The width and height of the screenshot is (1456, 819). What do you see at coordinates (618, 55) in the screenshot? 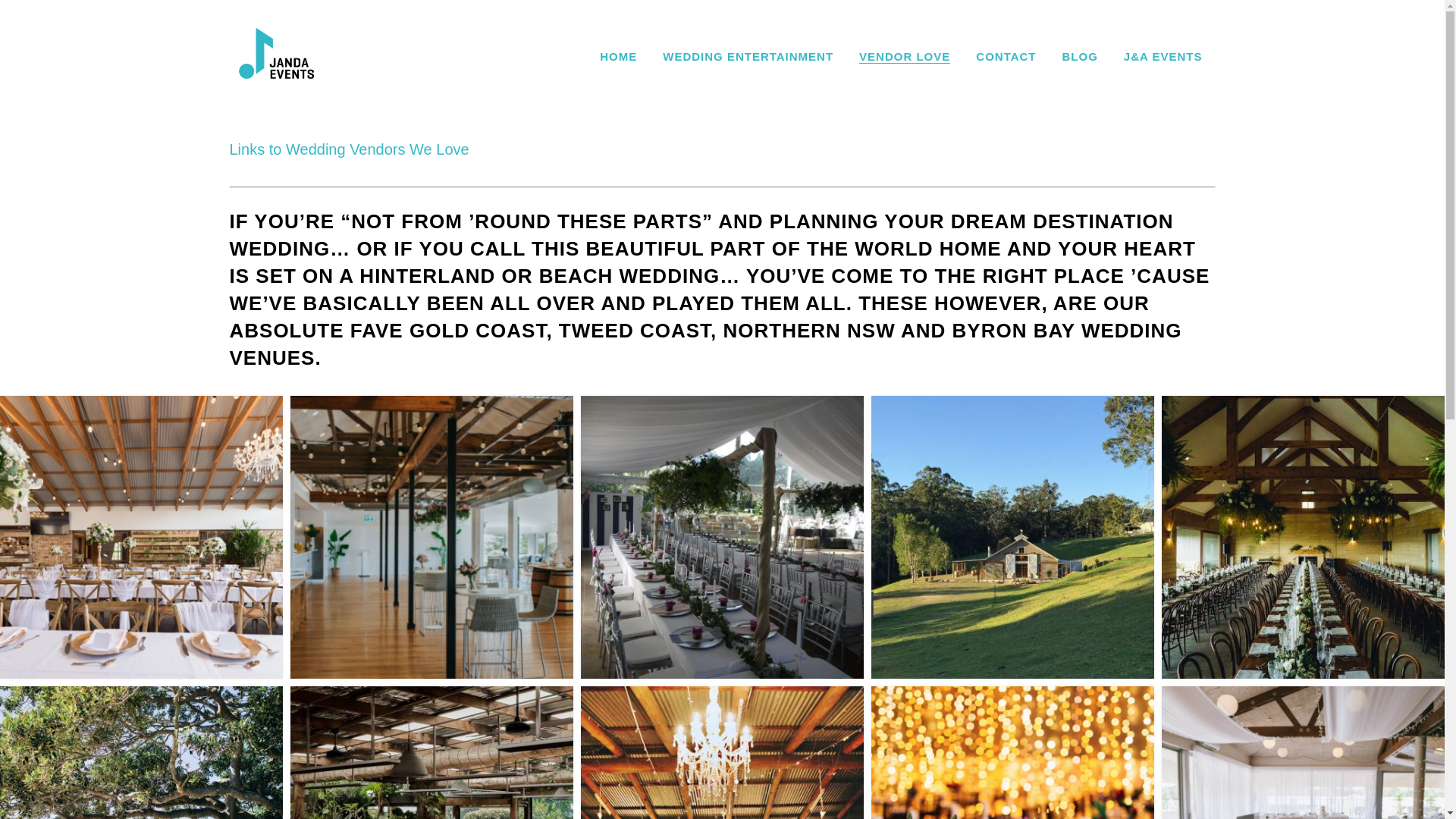
I see `'HOME'` at bounding box center [618, 55].